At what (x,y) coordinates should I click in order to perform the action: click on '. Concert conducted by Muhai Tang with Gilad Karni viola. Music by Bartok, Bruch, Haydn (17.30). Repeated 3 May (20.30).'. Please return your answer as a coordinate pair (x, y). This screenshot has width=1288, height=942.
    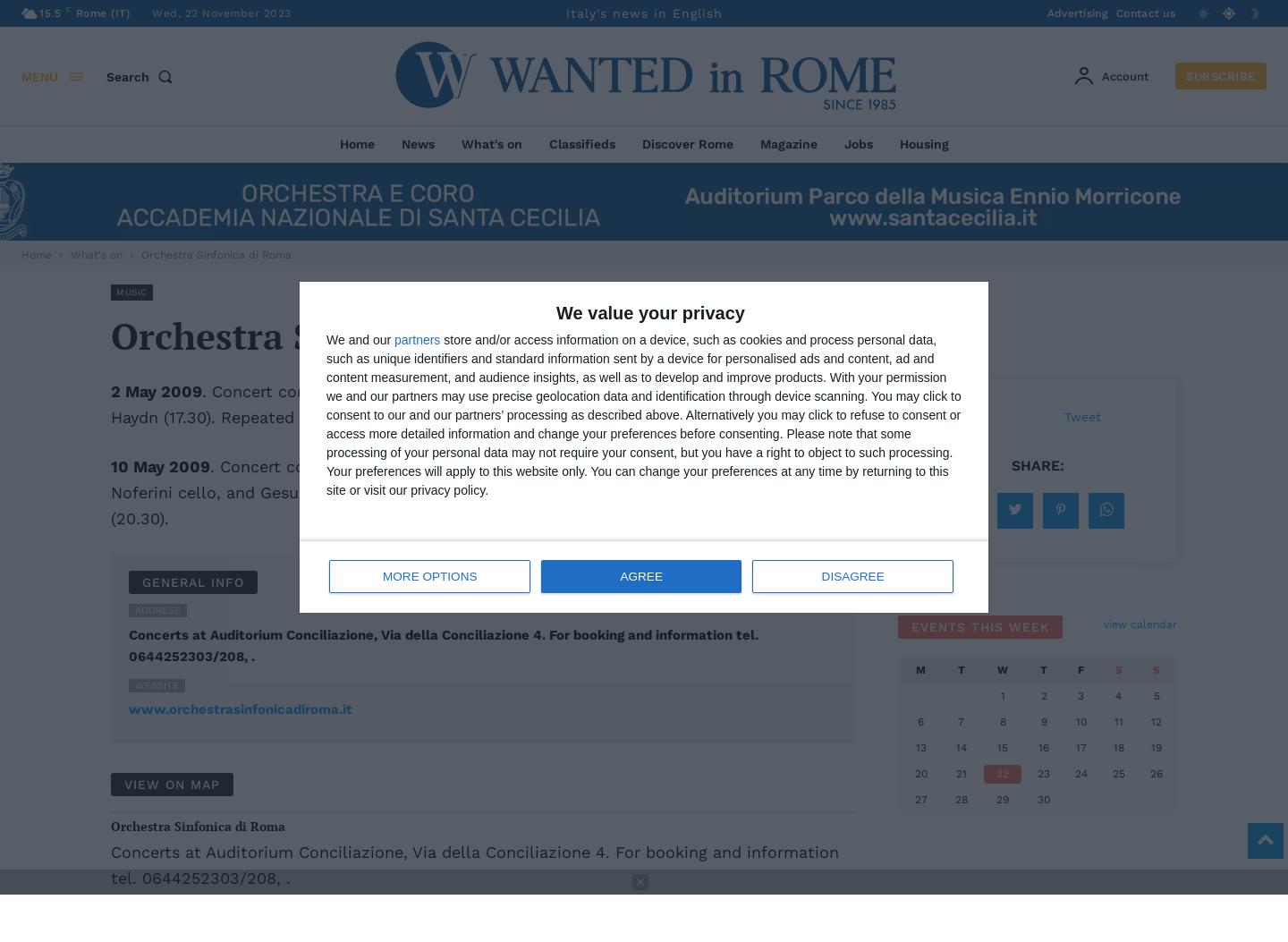
    Looking at the image, I should click on (477, 403).